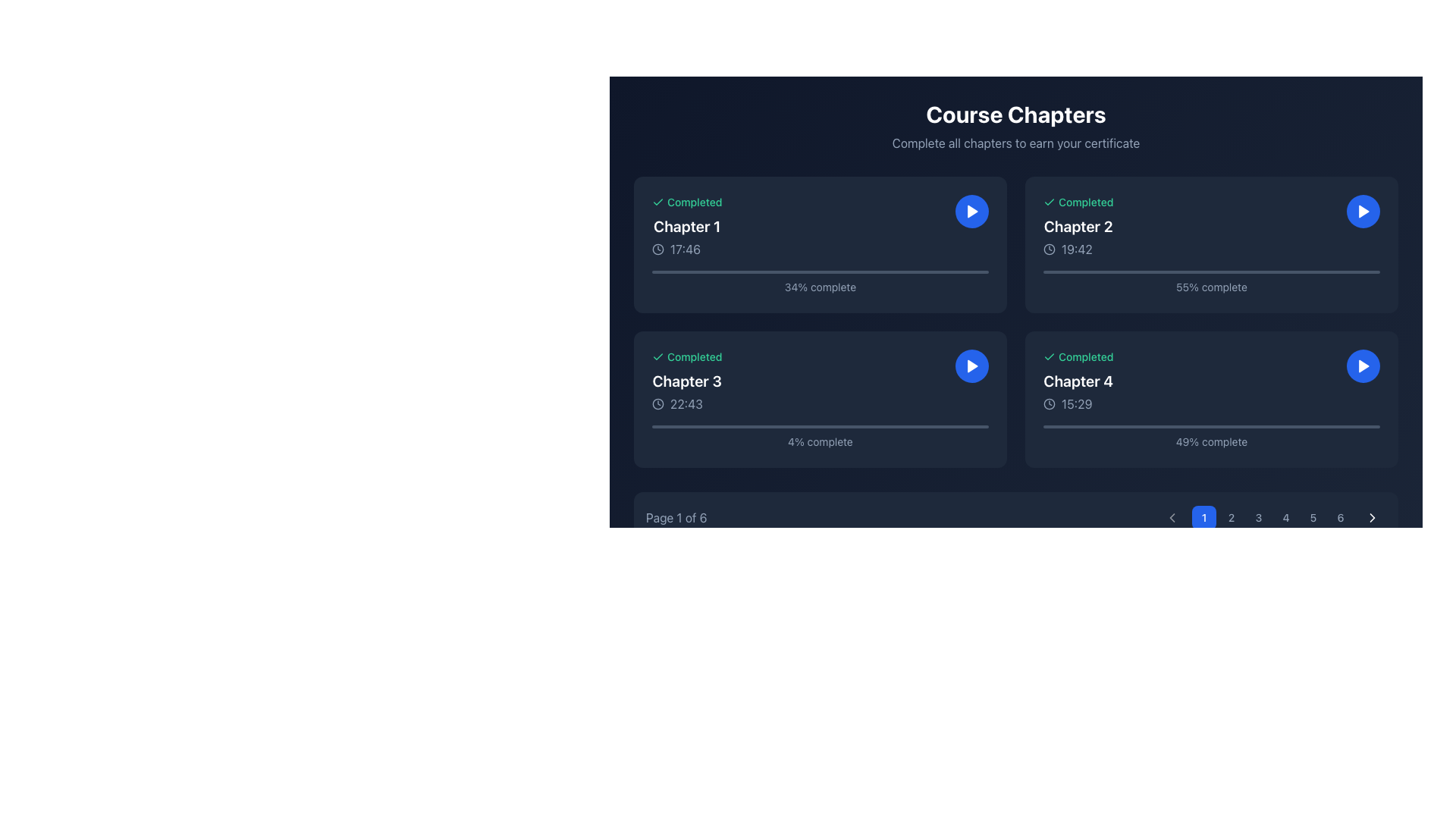  What do you see at coordinates (971, 211) in the screenshot?
I see `the triangular play icon button enclosed within a circular blue button located at the top-right corner of the 'Chapter 1' content card to observe any tooltip or styling changes` at bounding box center [971, 211].